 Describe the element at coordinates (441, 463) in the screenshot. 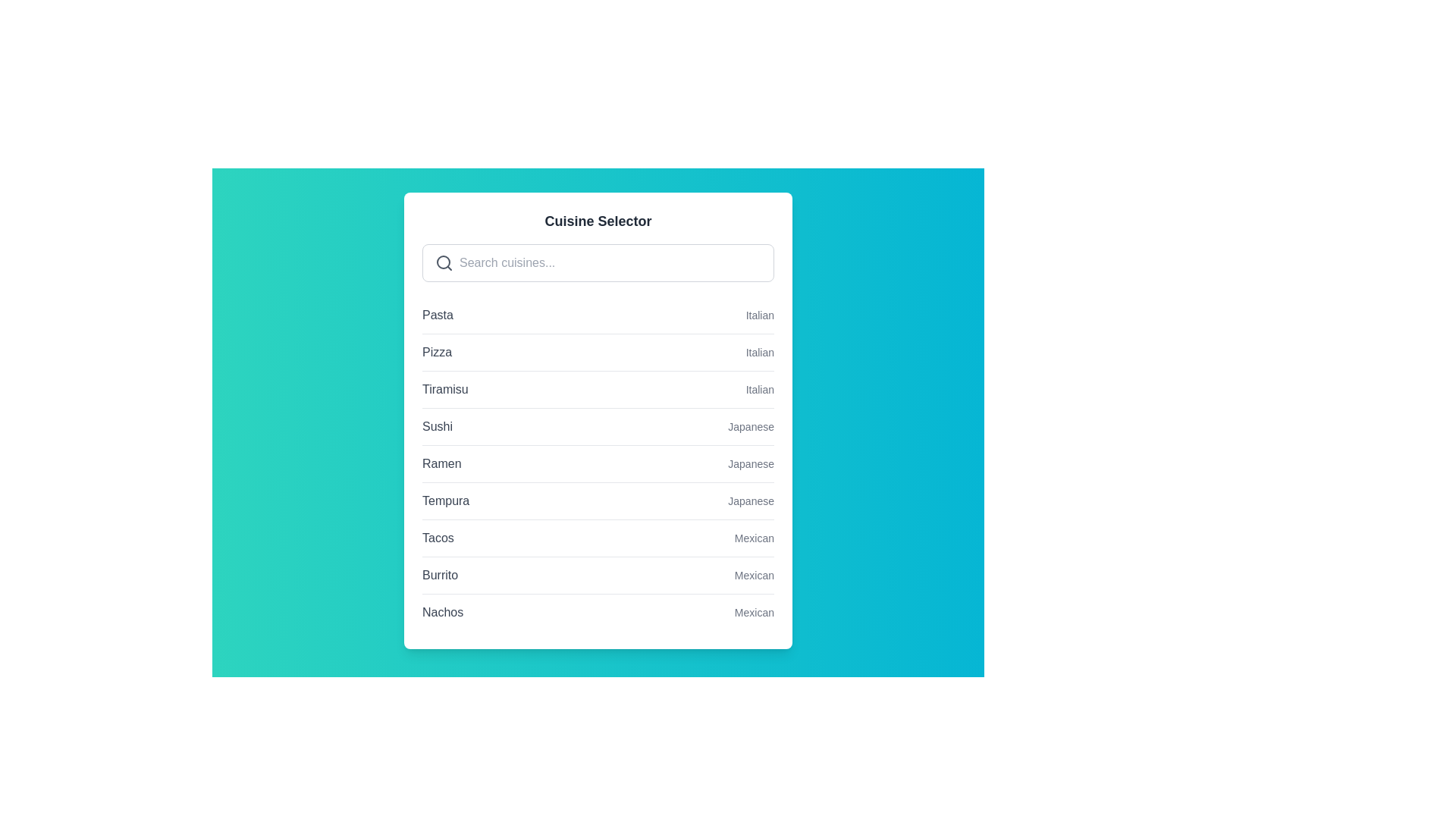

I see `text from the leftmost Text label displaying the name of a cuisine item, which is located within a bordered panel containing a list of cuisines` at that location.